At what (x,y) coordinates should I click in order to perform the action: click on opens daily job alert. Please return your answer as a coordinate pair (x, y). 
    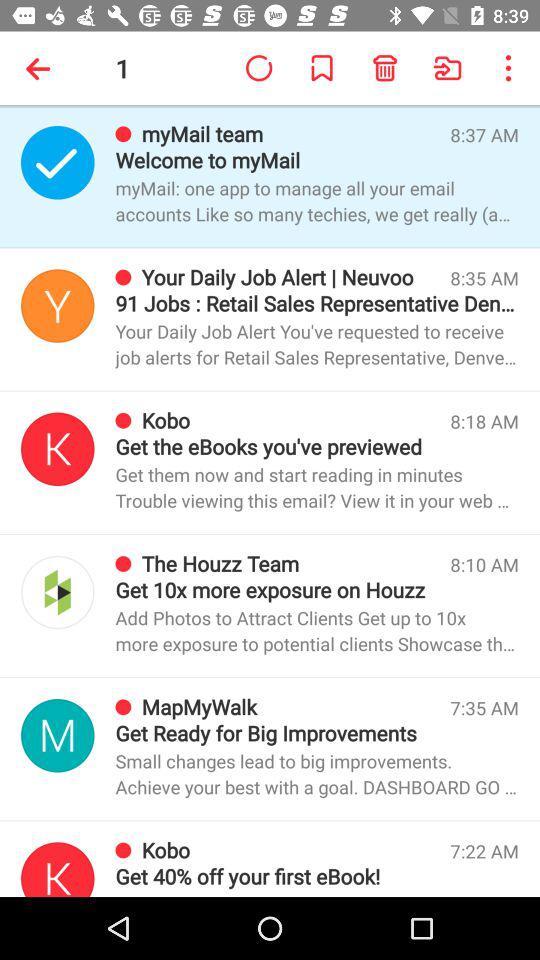
    Looking at the image, I should click on (57, 305).